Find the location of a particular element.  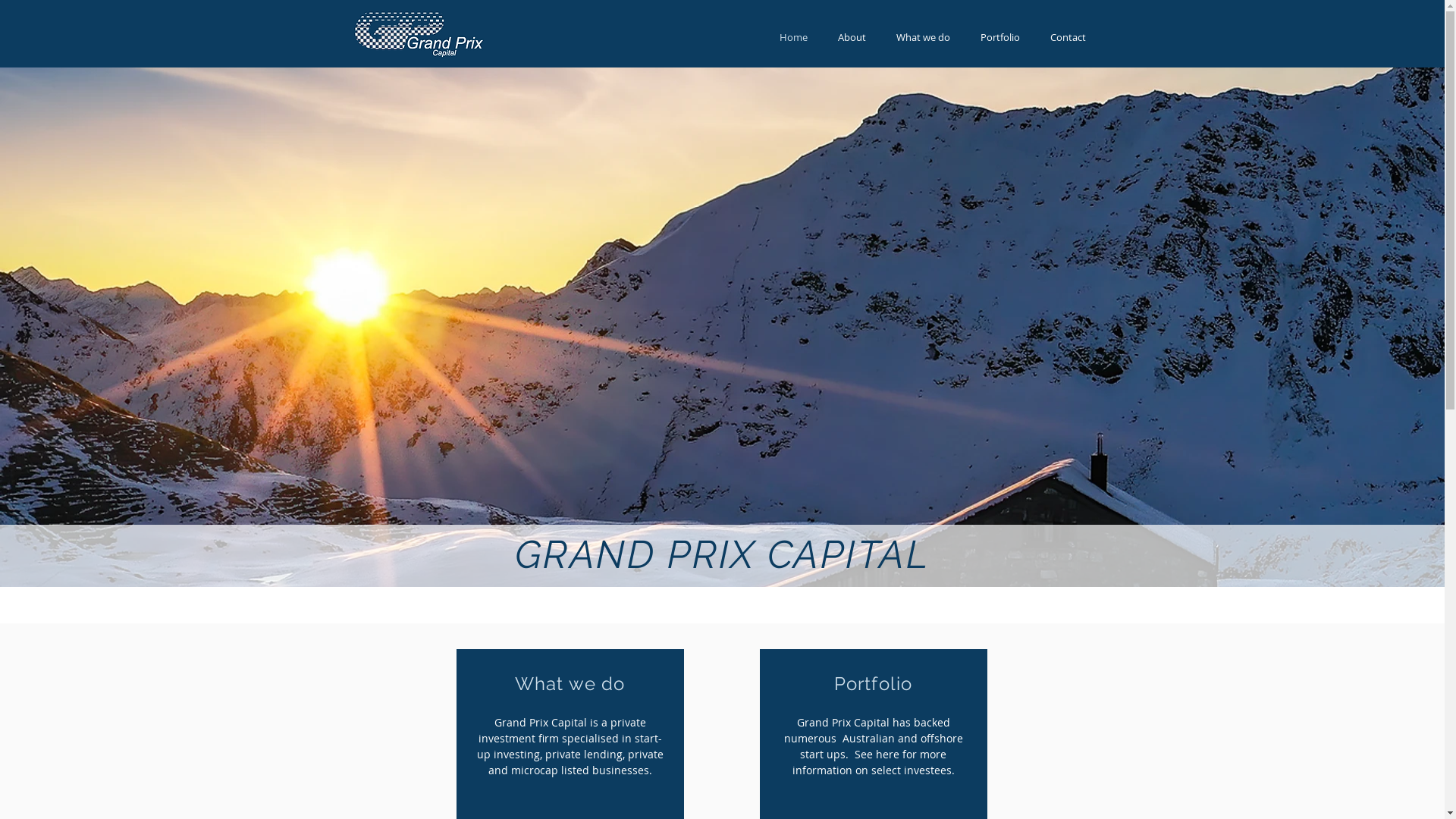

'Home' is located at coordinates (792, 36).